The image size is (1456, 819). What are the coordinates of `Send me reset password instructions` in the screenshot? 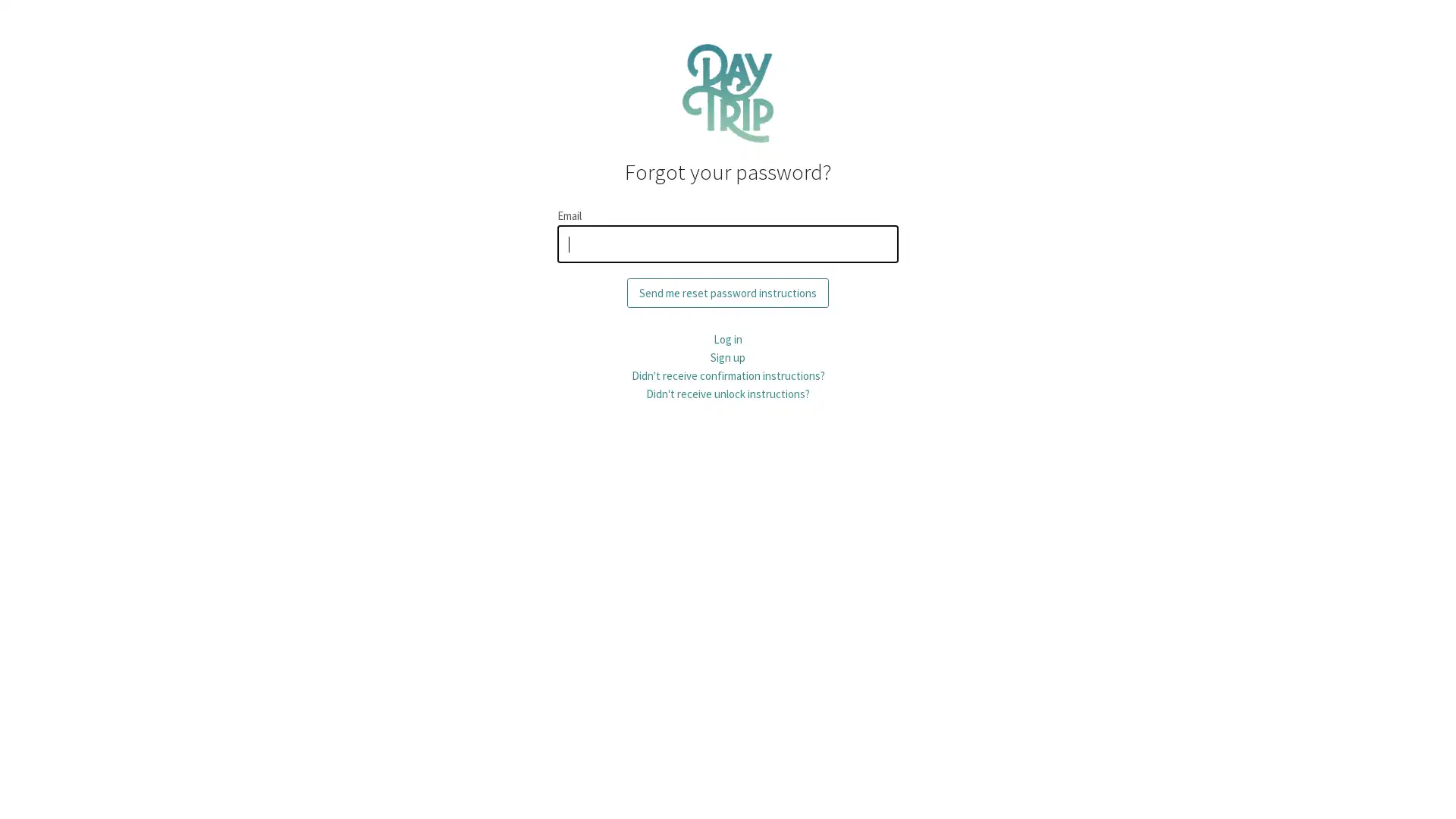 It's located at (728, 292).